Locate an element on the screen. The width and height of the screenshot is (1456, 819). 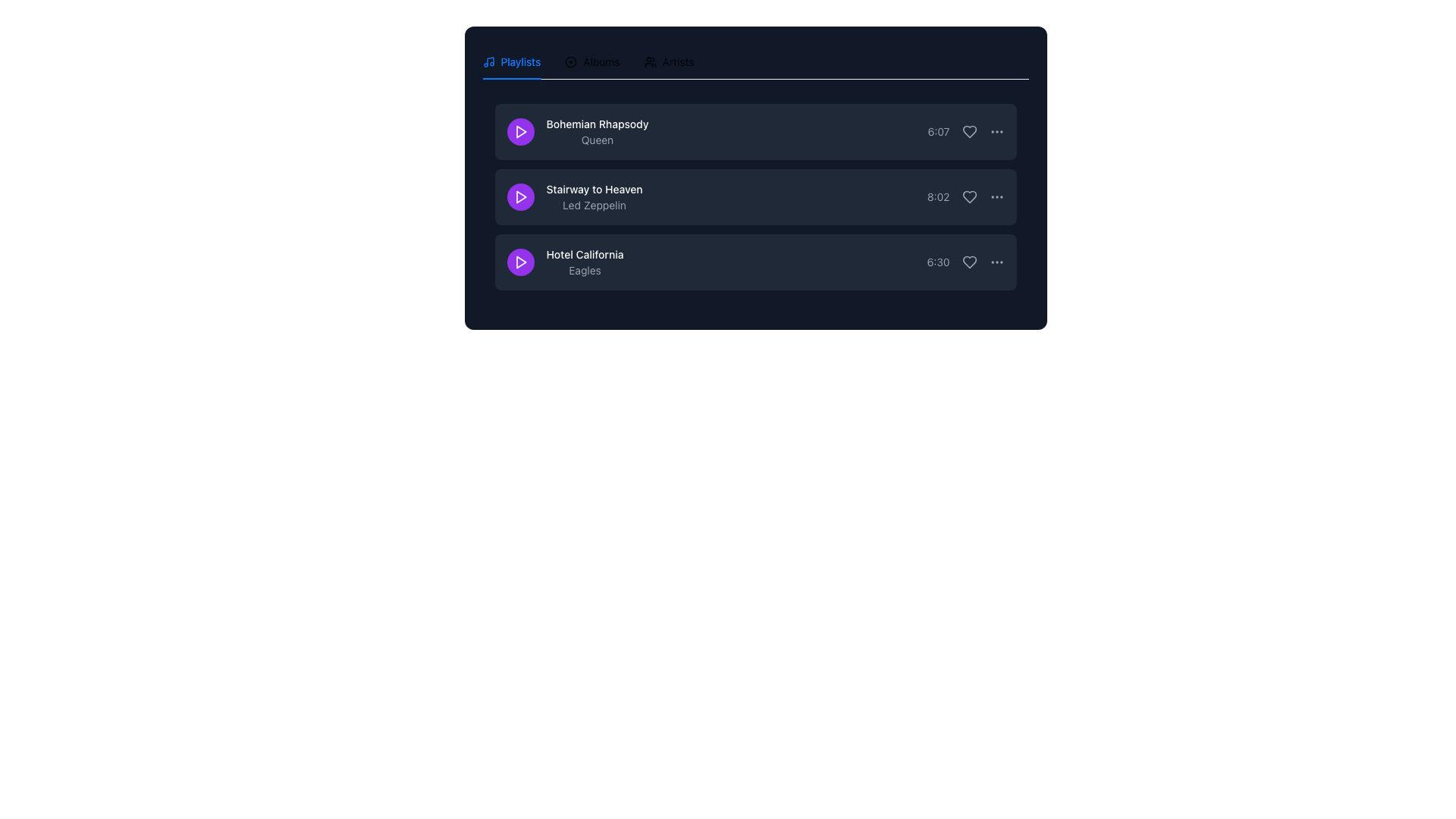
the play button located to the left of the text 'Stairway to Heaven' by Led Zeppelin is located at coordinates (520, 196).